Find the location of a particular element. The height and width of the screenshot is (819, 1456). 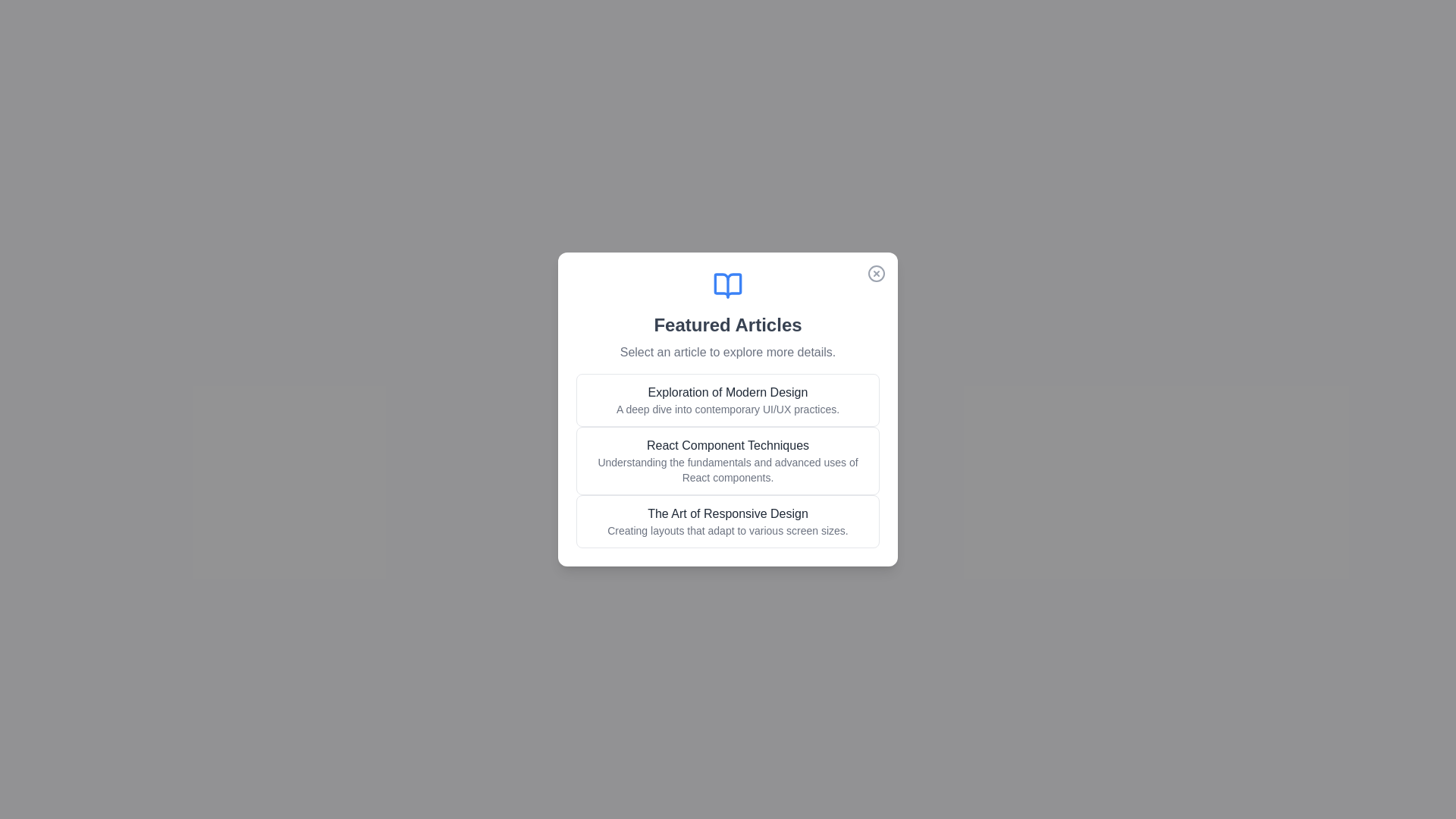

the background outside the dialog to dismiss it is located at coordinates (75, 76).